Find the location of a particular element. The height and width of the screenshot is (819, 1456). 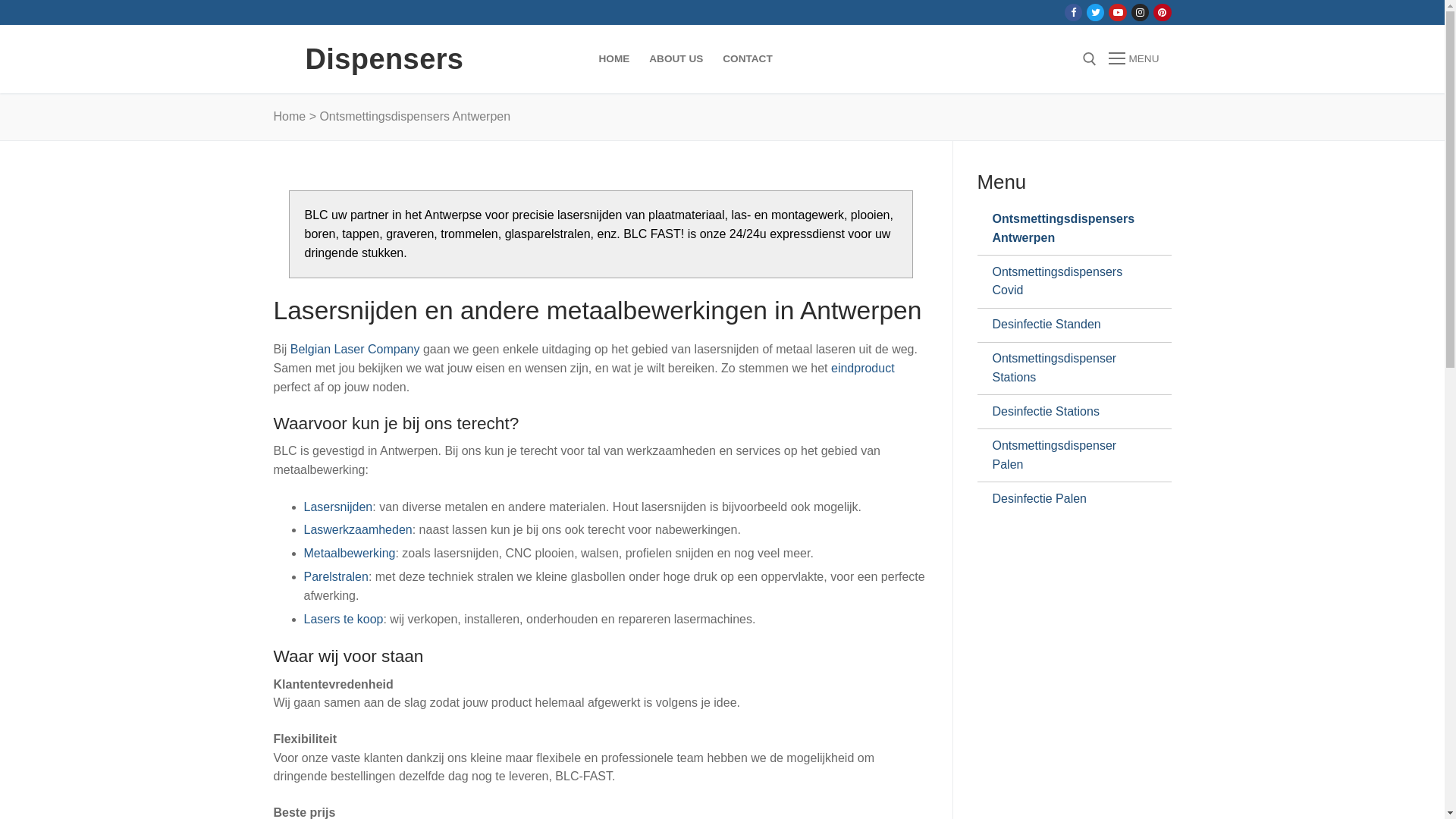

'Facebook' is located at coordinates (1072, 12).